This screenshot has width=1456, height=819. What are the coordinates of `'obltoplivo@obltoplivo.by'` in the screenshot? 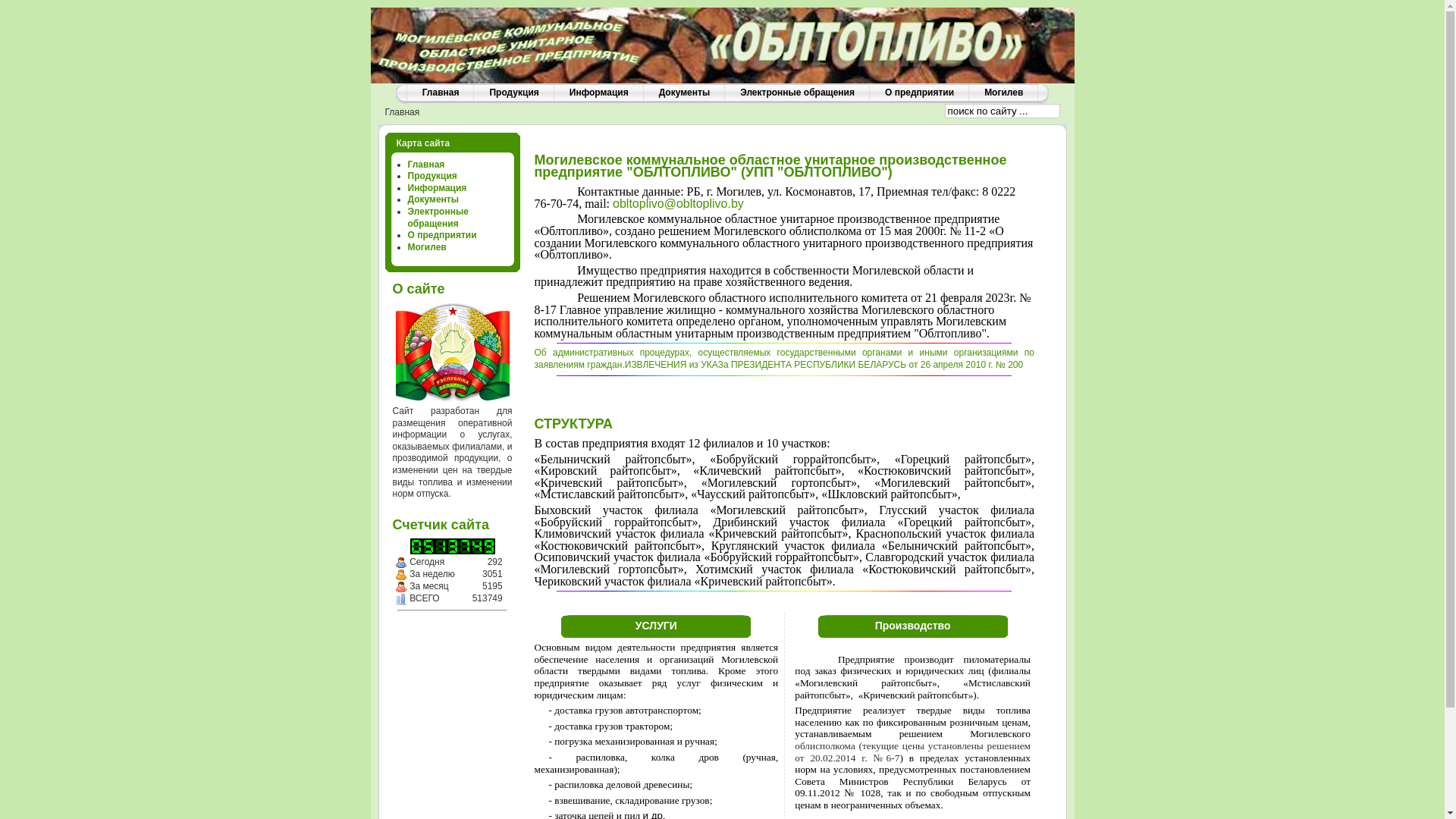 It's located at (612, 202).